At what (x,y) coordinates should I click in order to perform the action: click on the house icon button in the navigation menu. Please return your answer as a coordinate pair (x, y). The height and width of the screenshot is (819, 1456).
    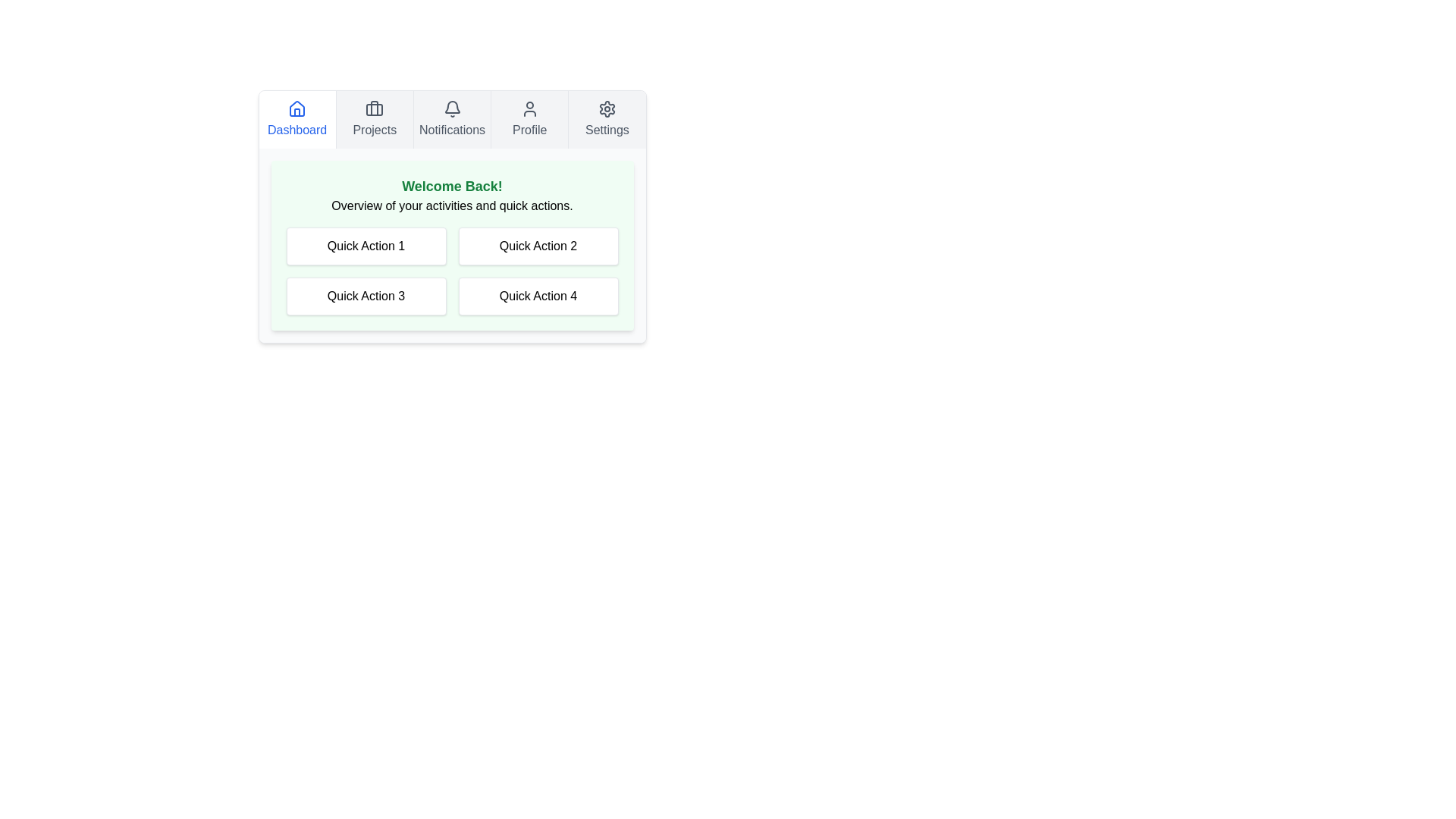
    Looking at the image, I should click on (297, 108).